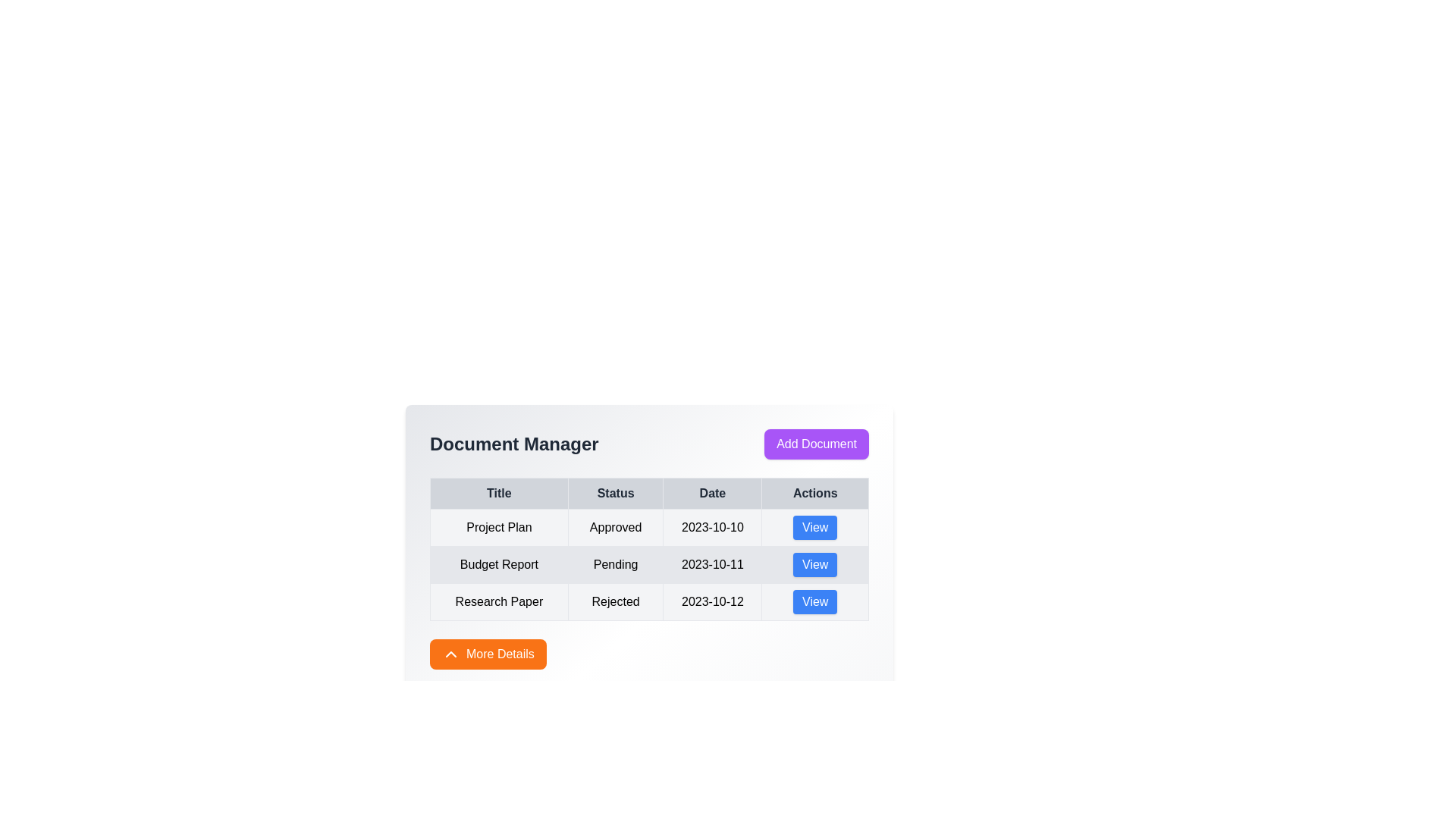  I want to click on the 'View' button with a blue background and white text in the 'Actions' column of the 'Project Plan' row, so click(814, 526).